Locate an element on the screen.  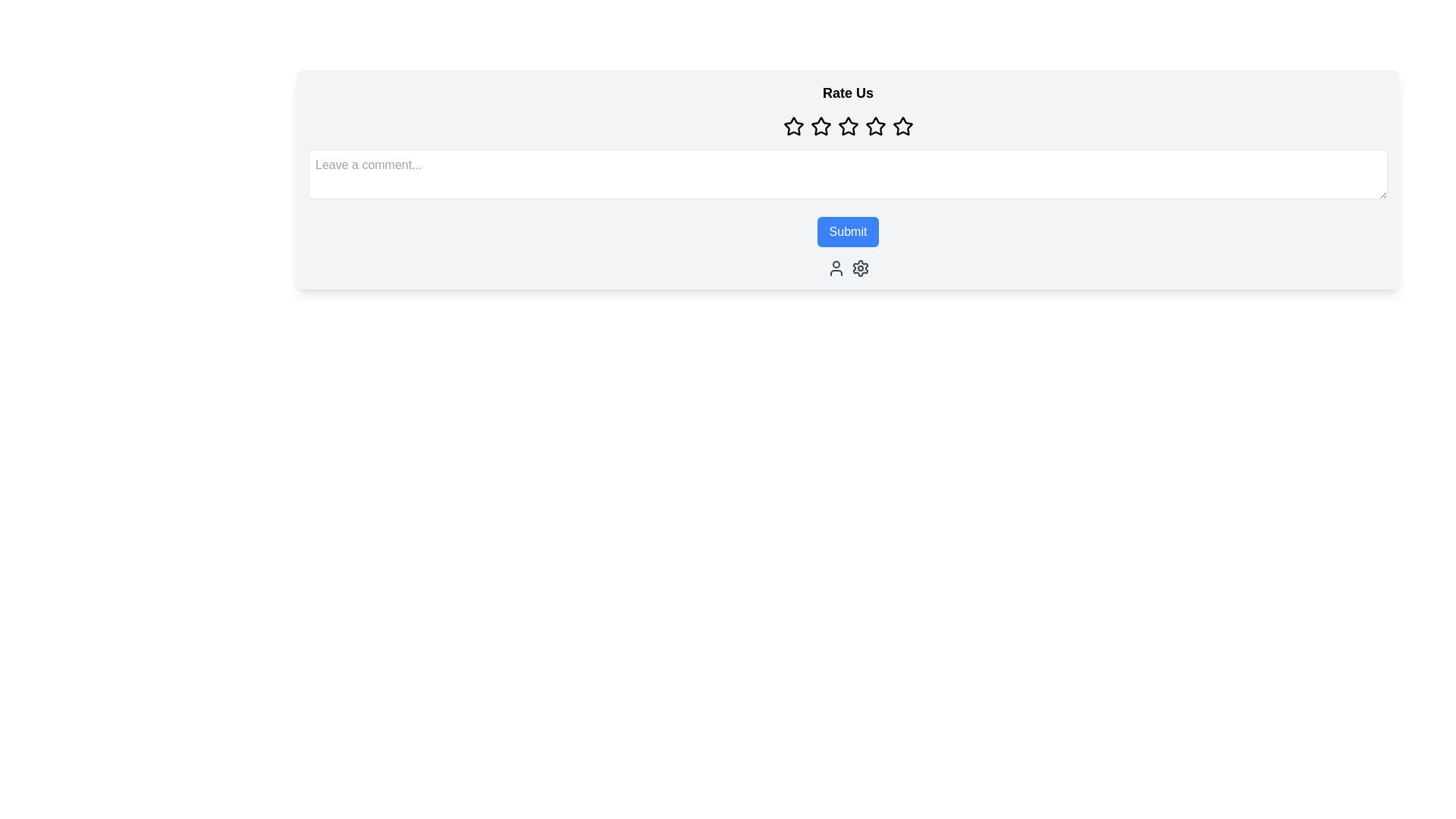
the third star icon in the rating system is located at coordinates (847, 124).